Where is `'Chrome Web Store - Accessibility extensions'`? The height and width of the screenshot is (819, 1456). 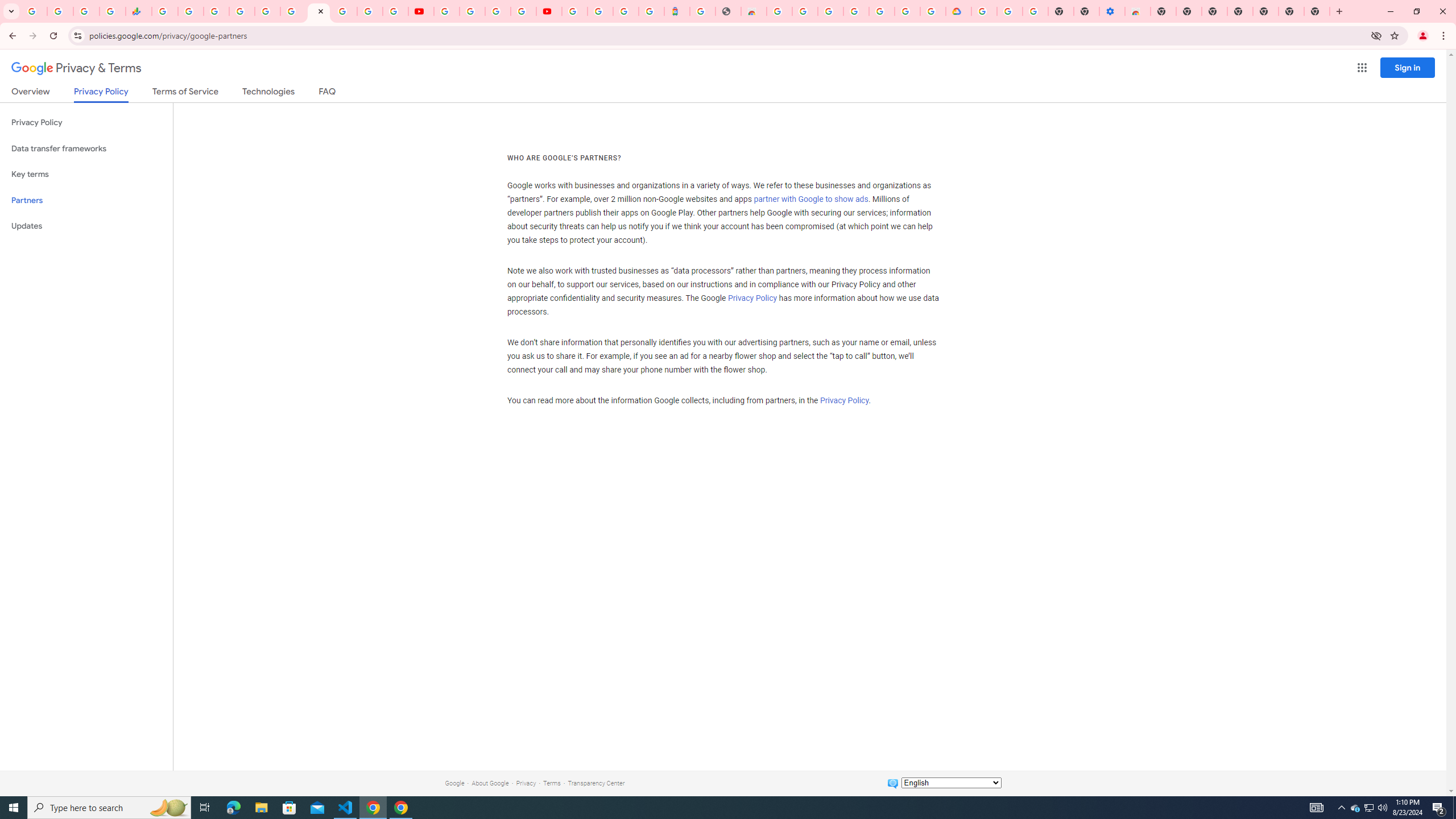
'Chrome Web Store - Accessibility extensions' is located at coordinates (1137, 11).